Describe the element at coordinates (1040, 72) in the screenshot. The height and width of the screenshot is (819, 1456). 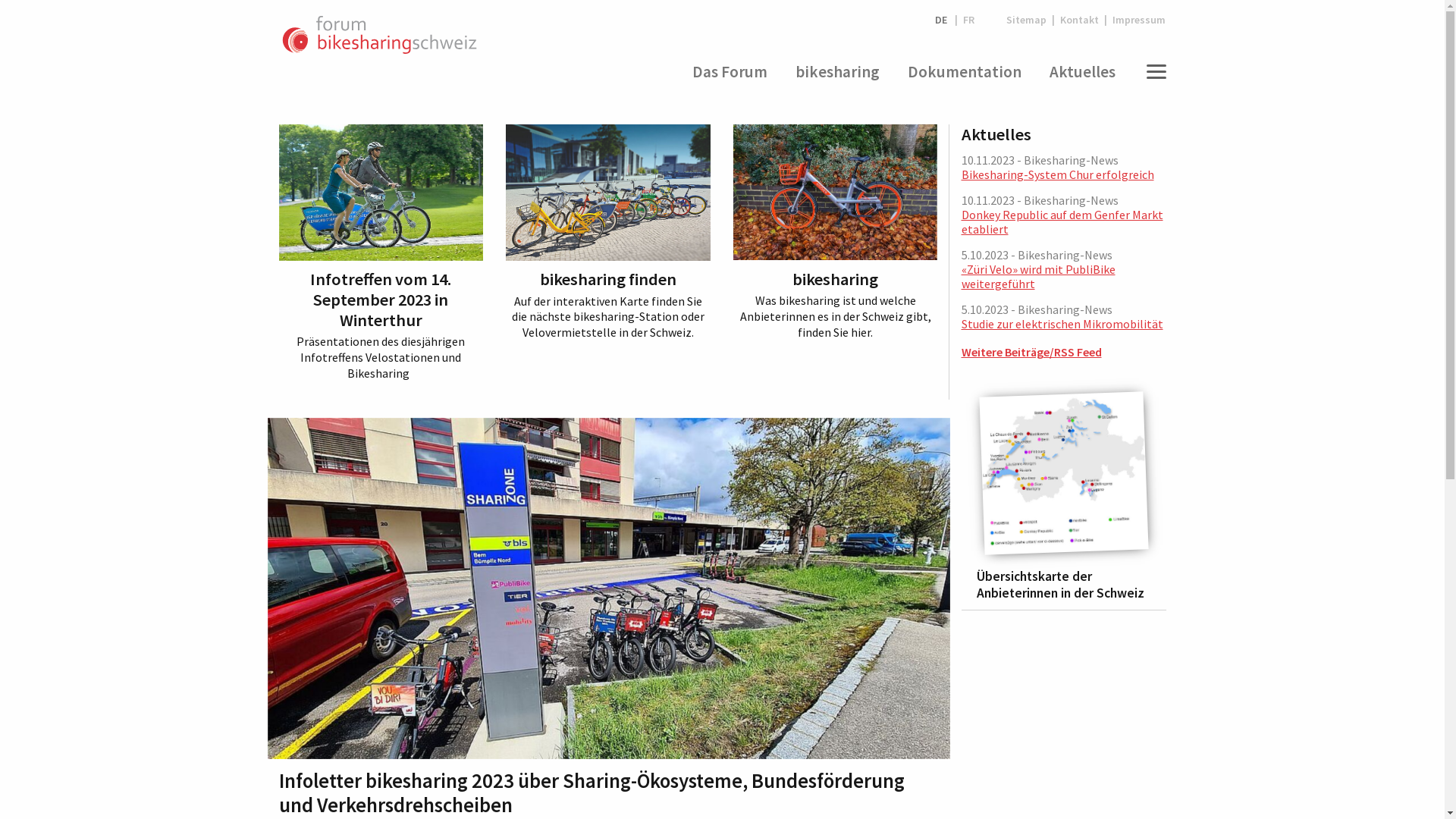
I see `'Aktuelles'` at that location.